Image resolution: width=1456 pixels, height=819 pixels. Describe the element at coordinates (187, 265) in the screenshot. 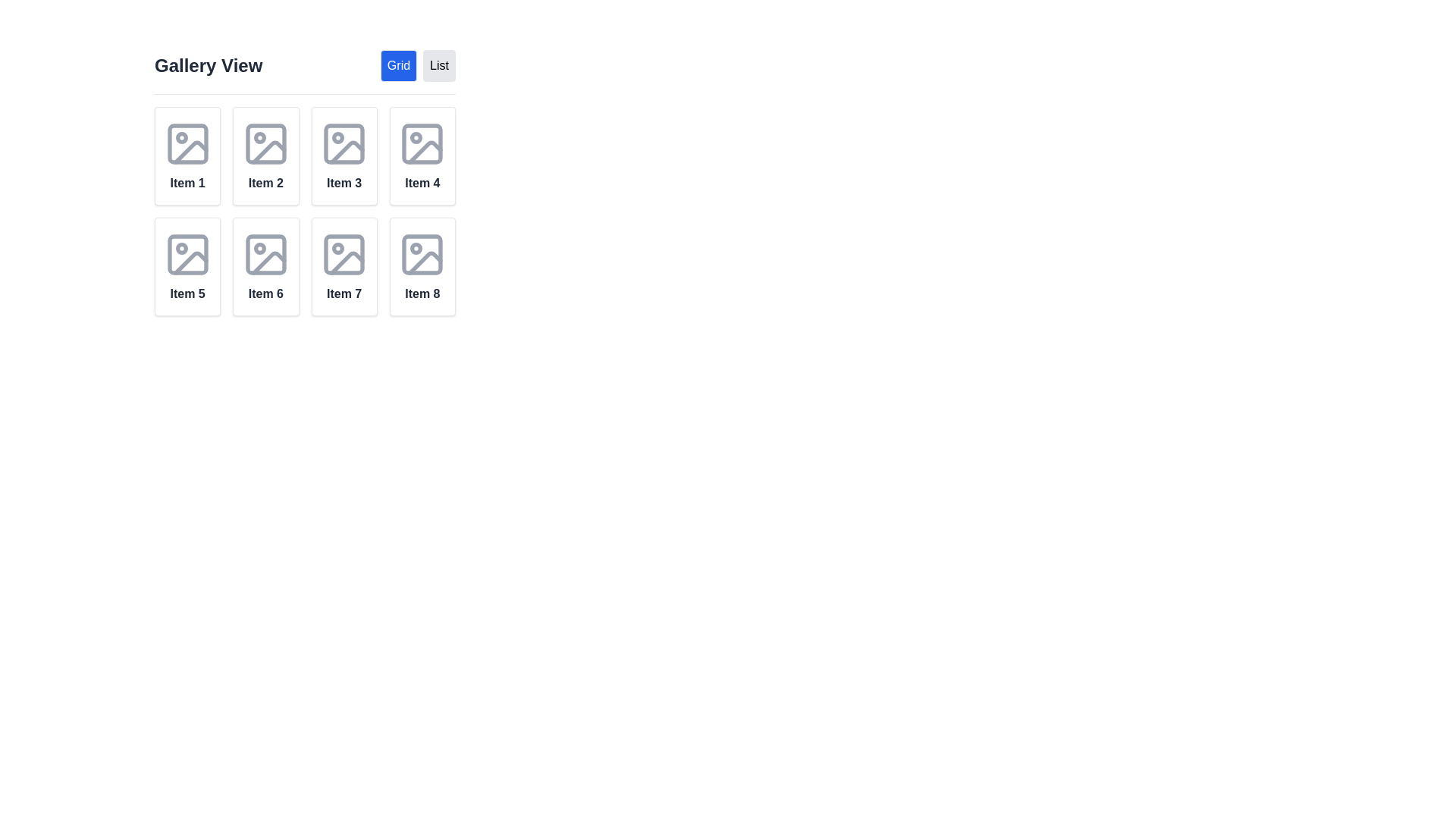

I see `the fifth gallery item in the grid layout under the 'Gallery View' title` at that location.